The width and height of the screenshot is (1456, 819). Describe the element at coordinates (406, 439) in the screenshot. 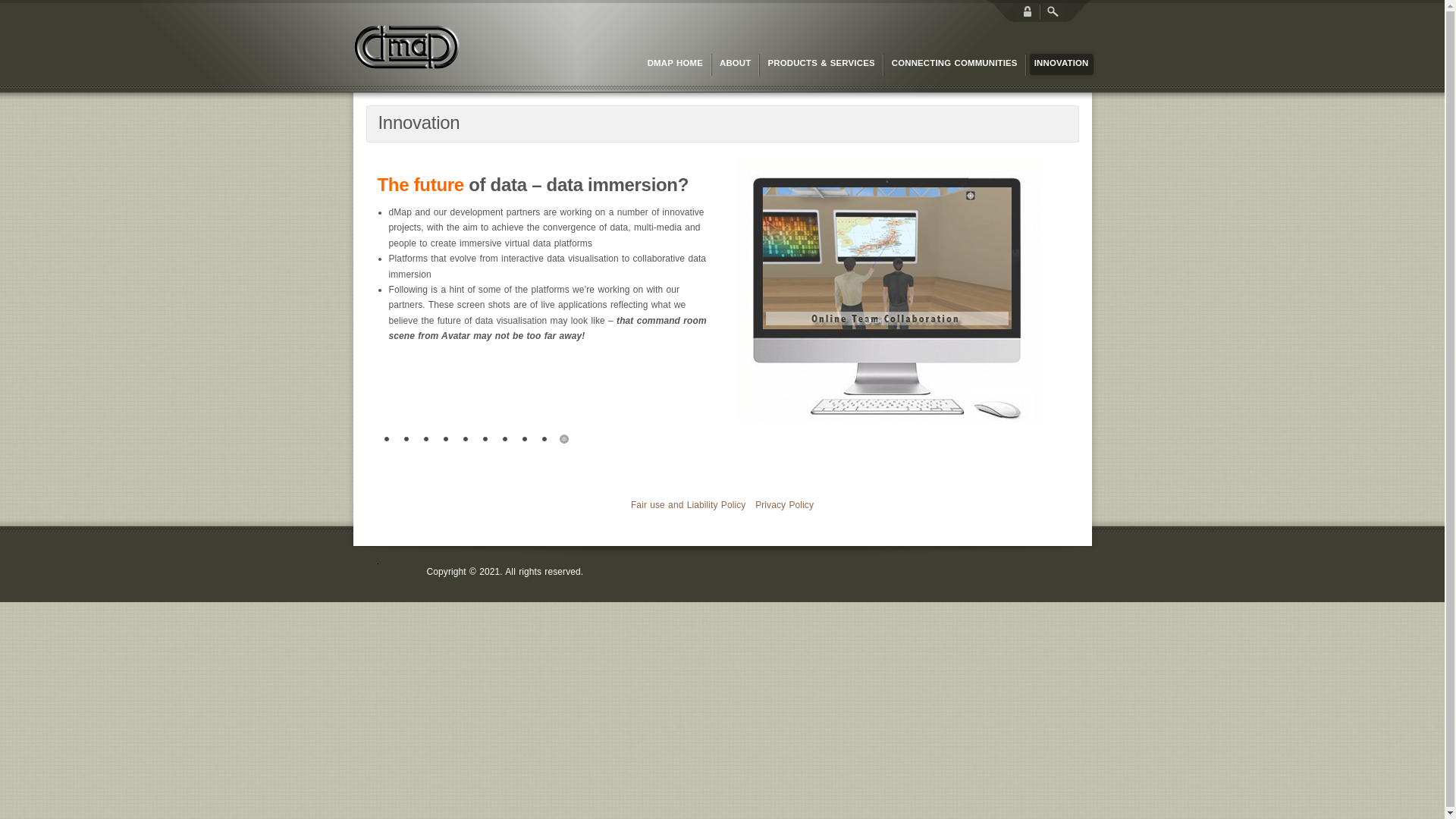

I see `'#'` at that location.